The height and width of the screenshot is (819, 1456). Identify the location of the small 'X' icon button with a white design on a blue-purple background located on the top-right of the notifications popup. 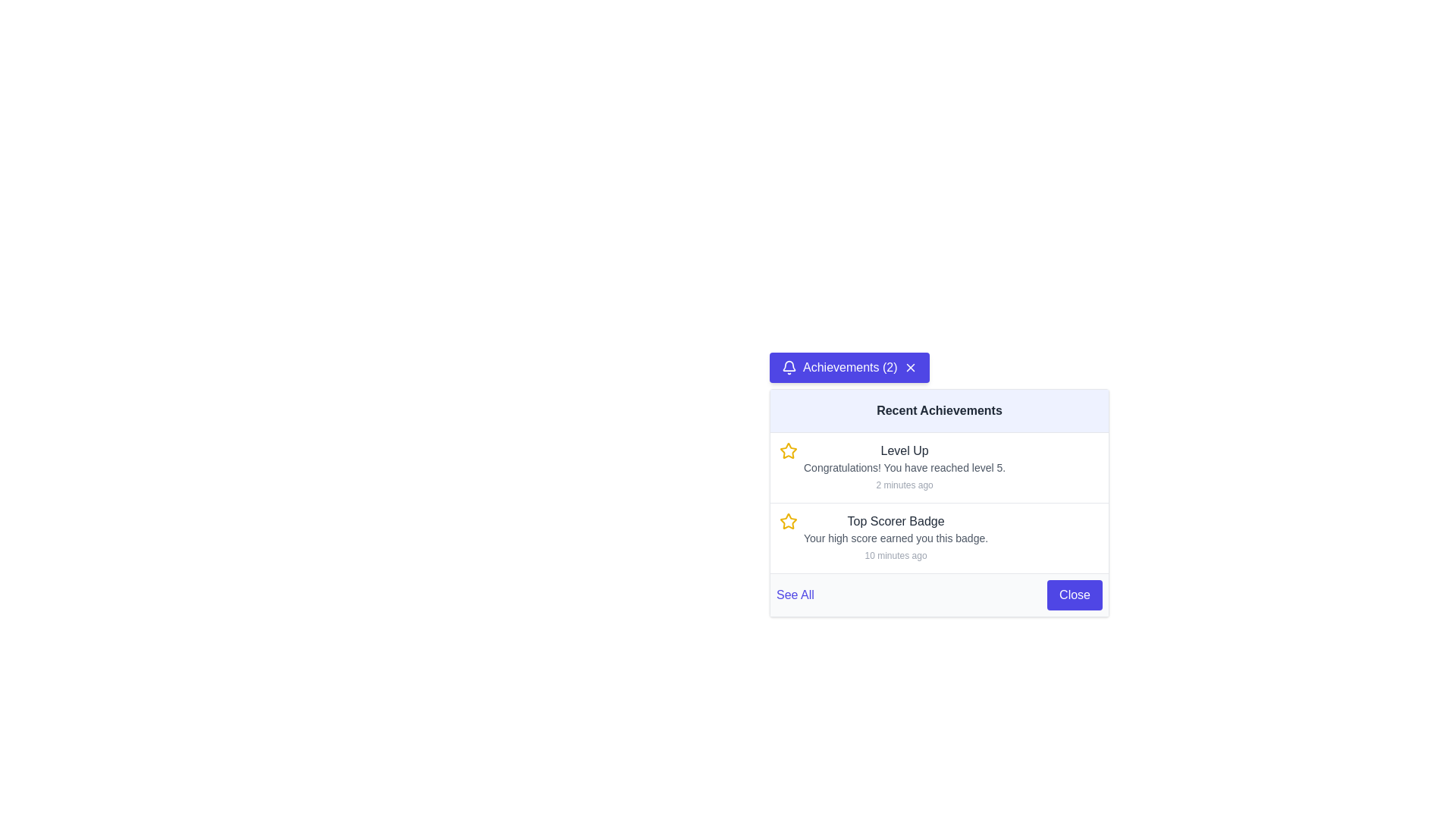
(910, 368).